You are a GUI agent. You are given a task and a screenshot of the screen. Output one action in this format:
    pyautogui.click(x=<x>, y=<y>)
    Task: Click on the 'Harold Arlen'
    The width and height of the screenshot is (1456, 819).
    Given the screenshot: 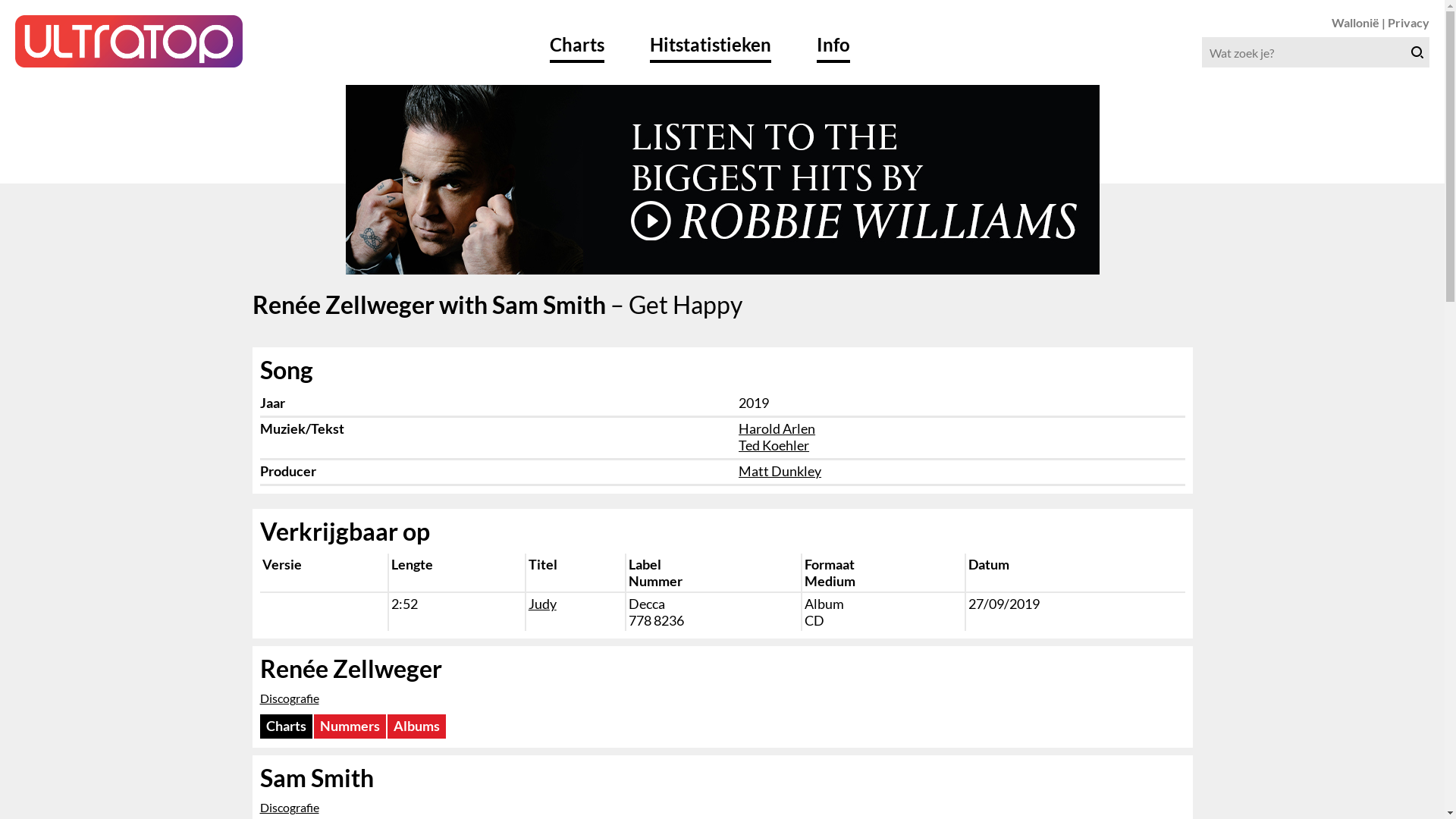 What is the action you would take?
    pyautogui.click(x=777, y=428)
    